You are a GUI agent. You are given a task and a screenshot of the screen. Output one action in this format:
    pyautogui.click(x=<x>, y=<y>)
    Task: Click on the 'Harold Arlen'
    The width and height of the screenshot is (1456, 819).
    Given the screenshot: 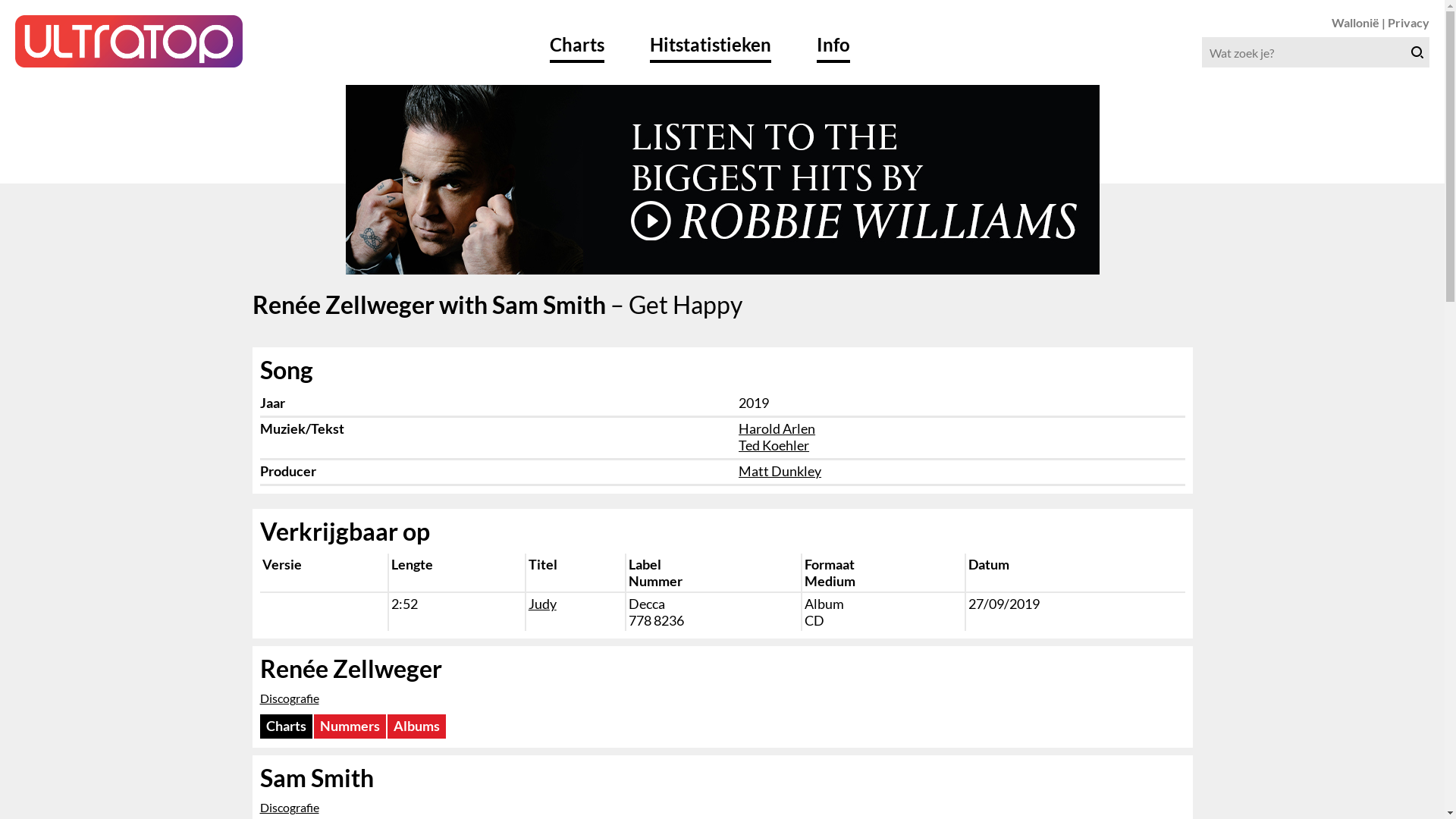 What is the action you would take?
    pyautogui.click(x=777, y=428)
    